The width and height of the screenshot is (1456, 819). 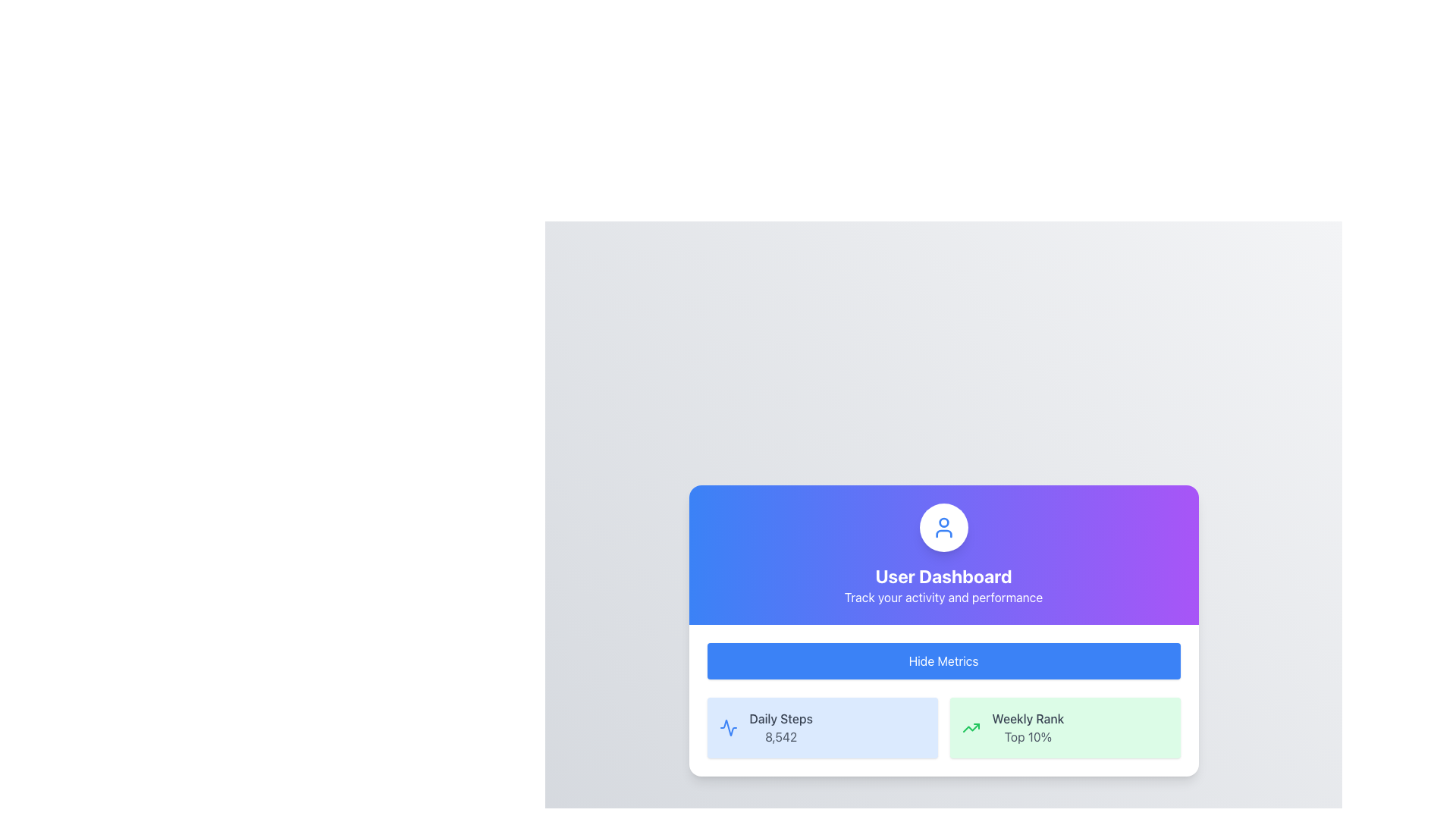 I want to click on the SVG icon shaped like a zigzagging line resembling a heartbeat or activity graph, located within the 'Daily Steps' card, positioned on the left side of the lower section of the interface, so click(x=728, y=727).